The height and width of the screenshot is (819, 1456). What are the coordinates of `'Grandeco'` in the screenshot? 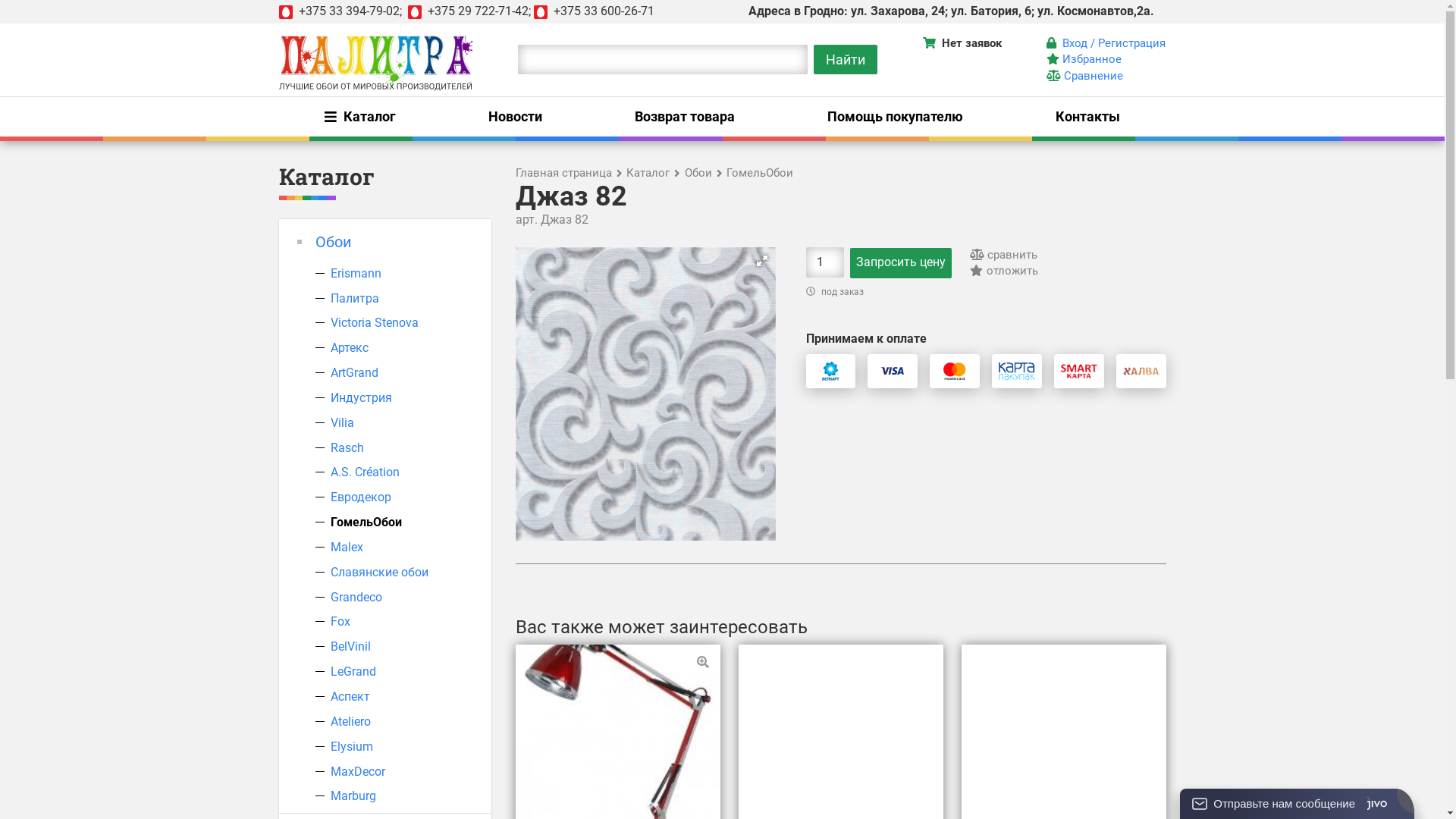 It's located at (356, 596).